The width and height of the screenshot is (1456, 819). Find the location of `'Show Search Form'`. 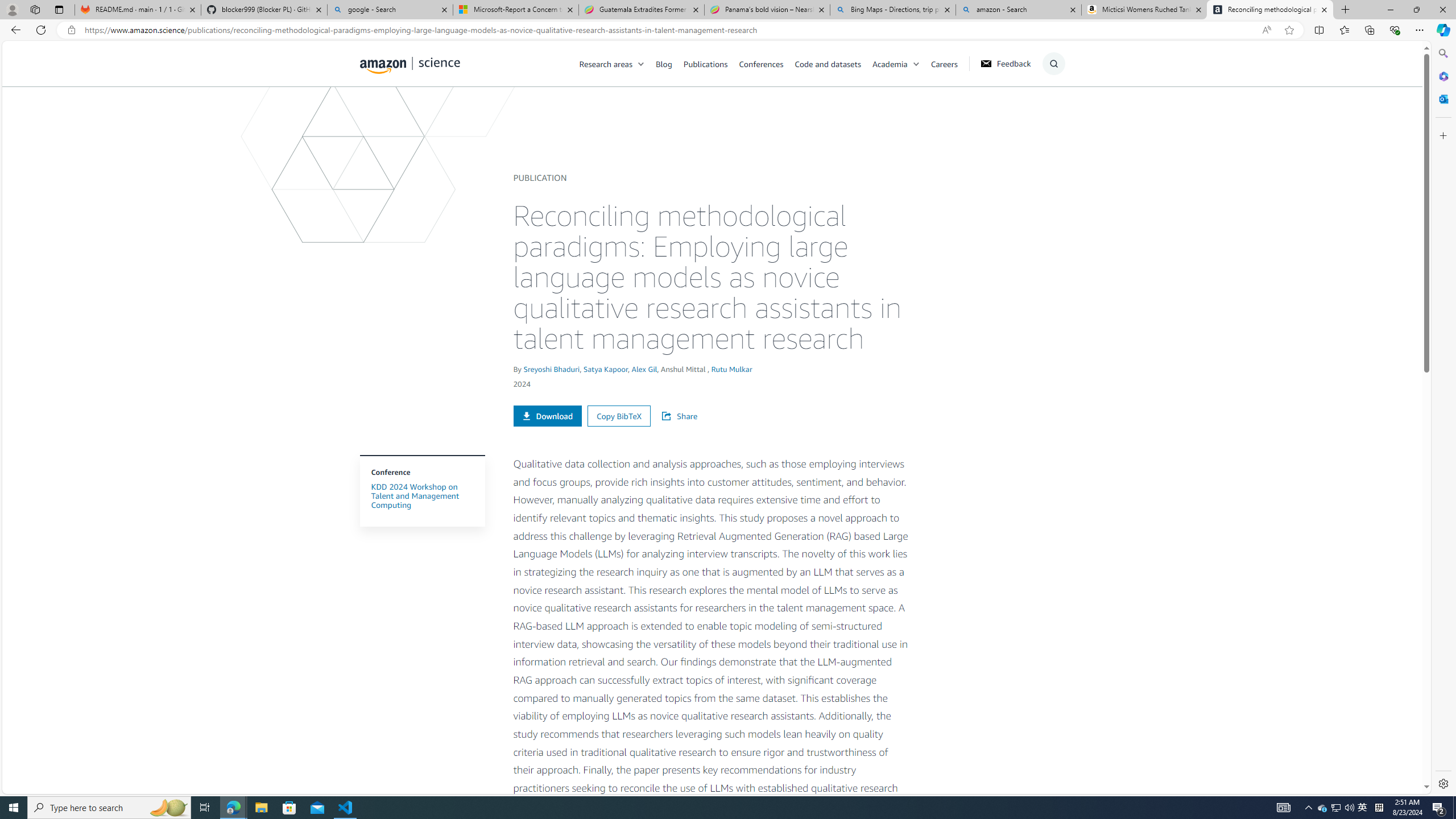

'Show Search Form' is located at coordinates (1053, 63).